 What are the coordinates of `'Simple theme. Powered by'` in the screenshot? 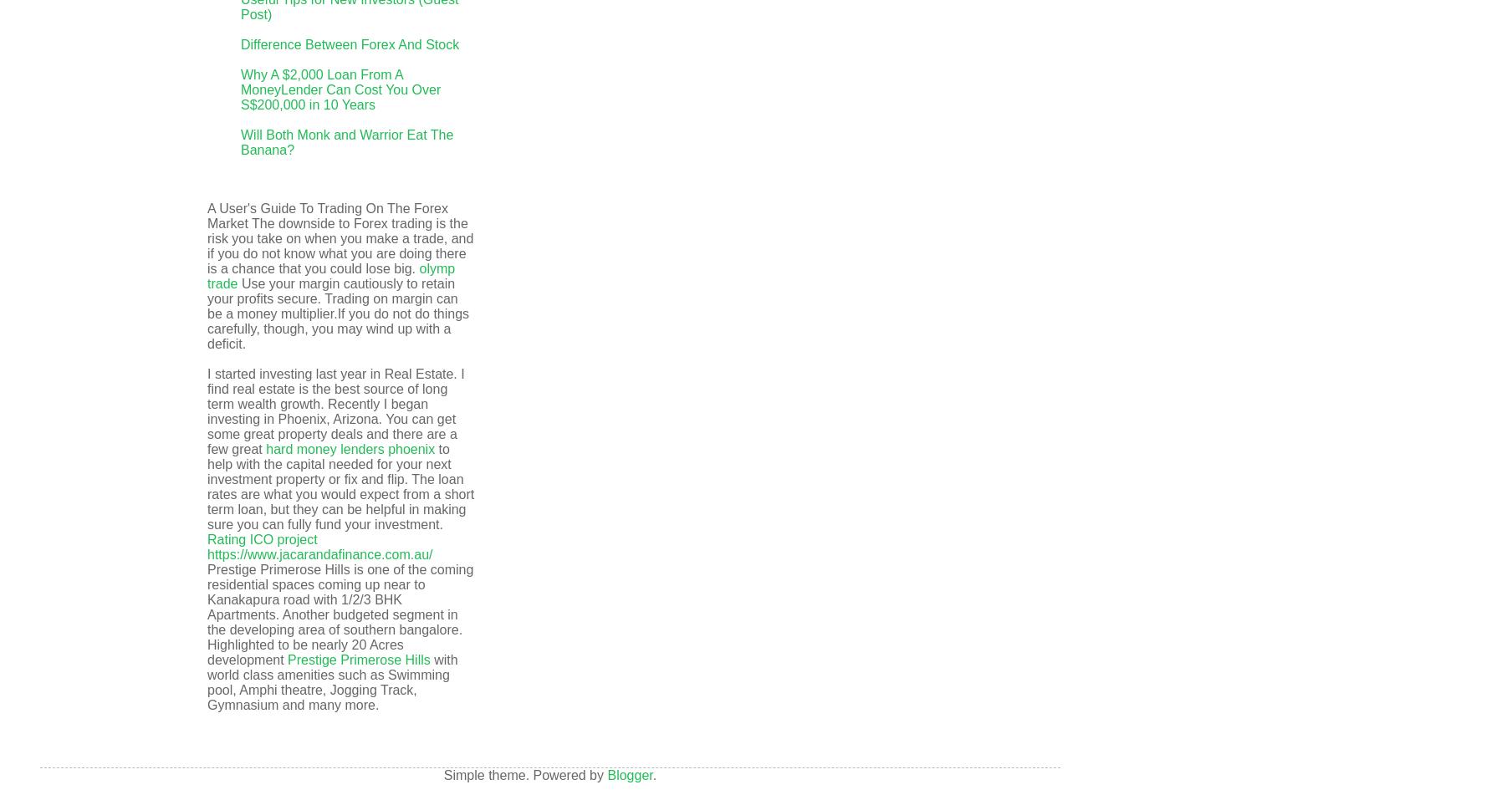 It's located at (524, 774).